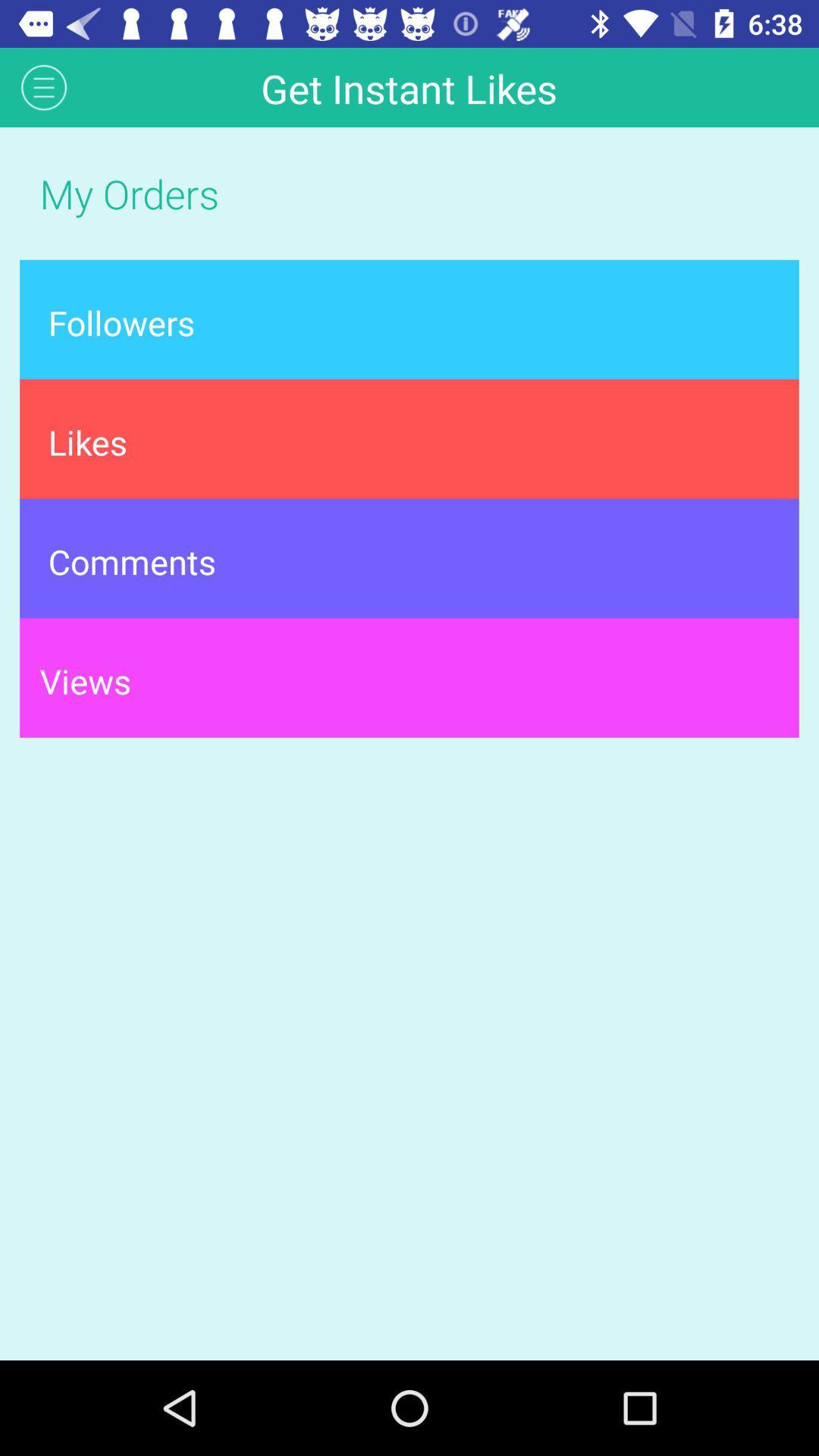 This screenshot has height=1456, width=819. What do you see at coordinates (409, 676) in the screenshot?
I see `the icon below the  comments icon` at bounding box center [409, 676].